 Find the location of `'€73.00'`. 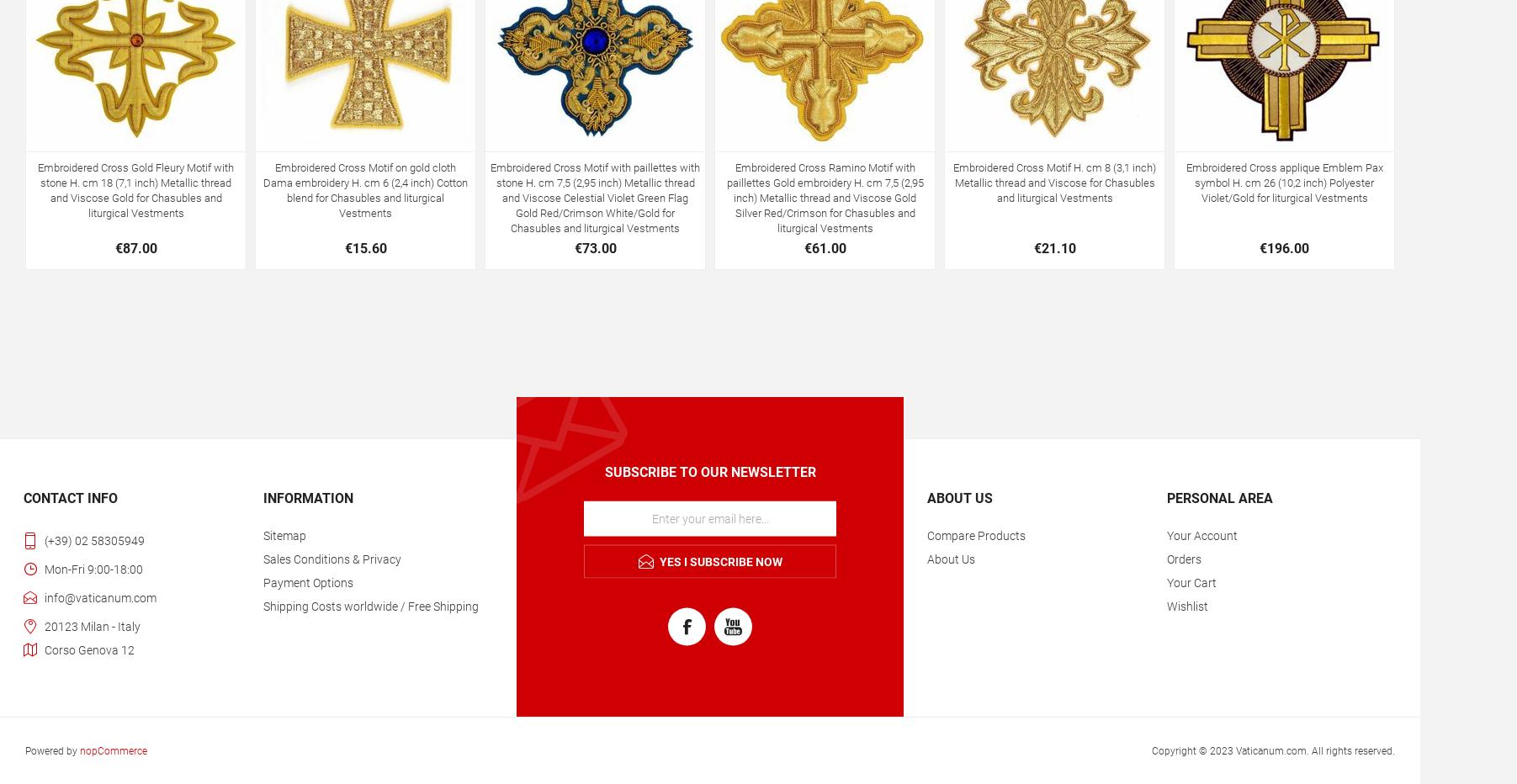

'€73.00' is located at coordinates (573, 247).